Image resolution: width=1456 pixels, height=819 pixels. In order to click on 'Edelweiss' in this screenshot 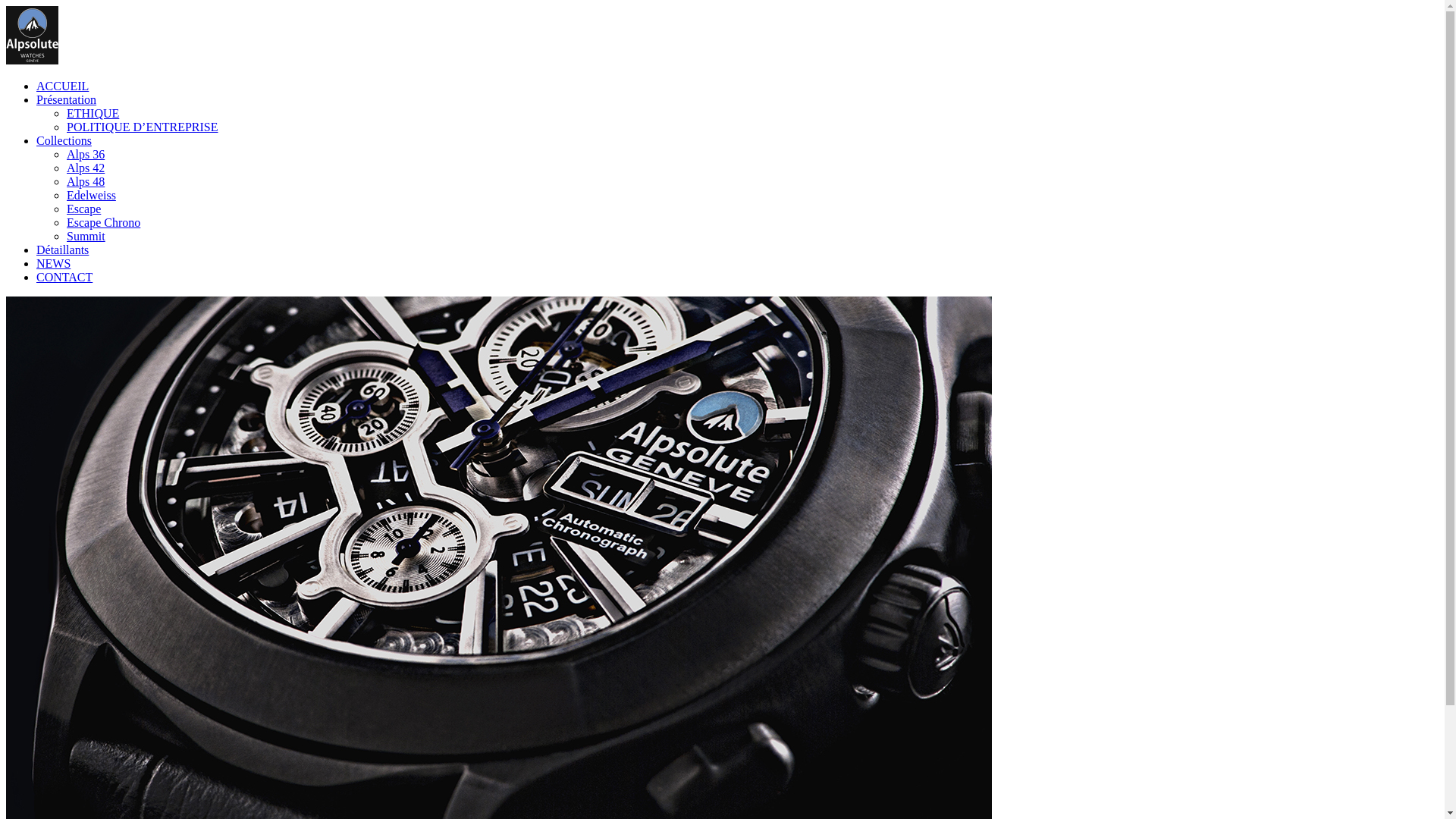, I will do `click(90, 194)`.